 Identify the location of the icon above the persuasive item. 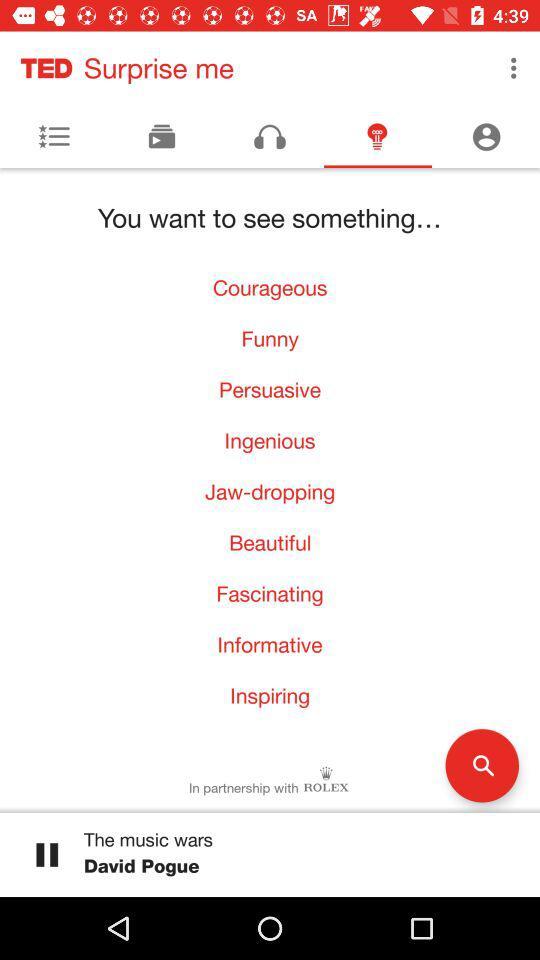
(270, 338).